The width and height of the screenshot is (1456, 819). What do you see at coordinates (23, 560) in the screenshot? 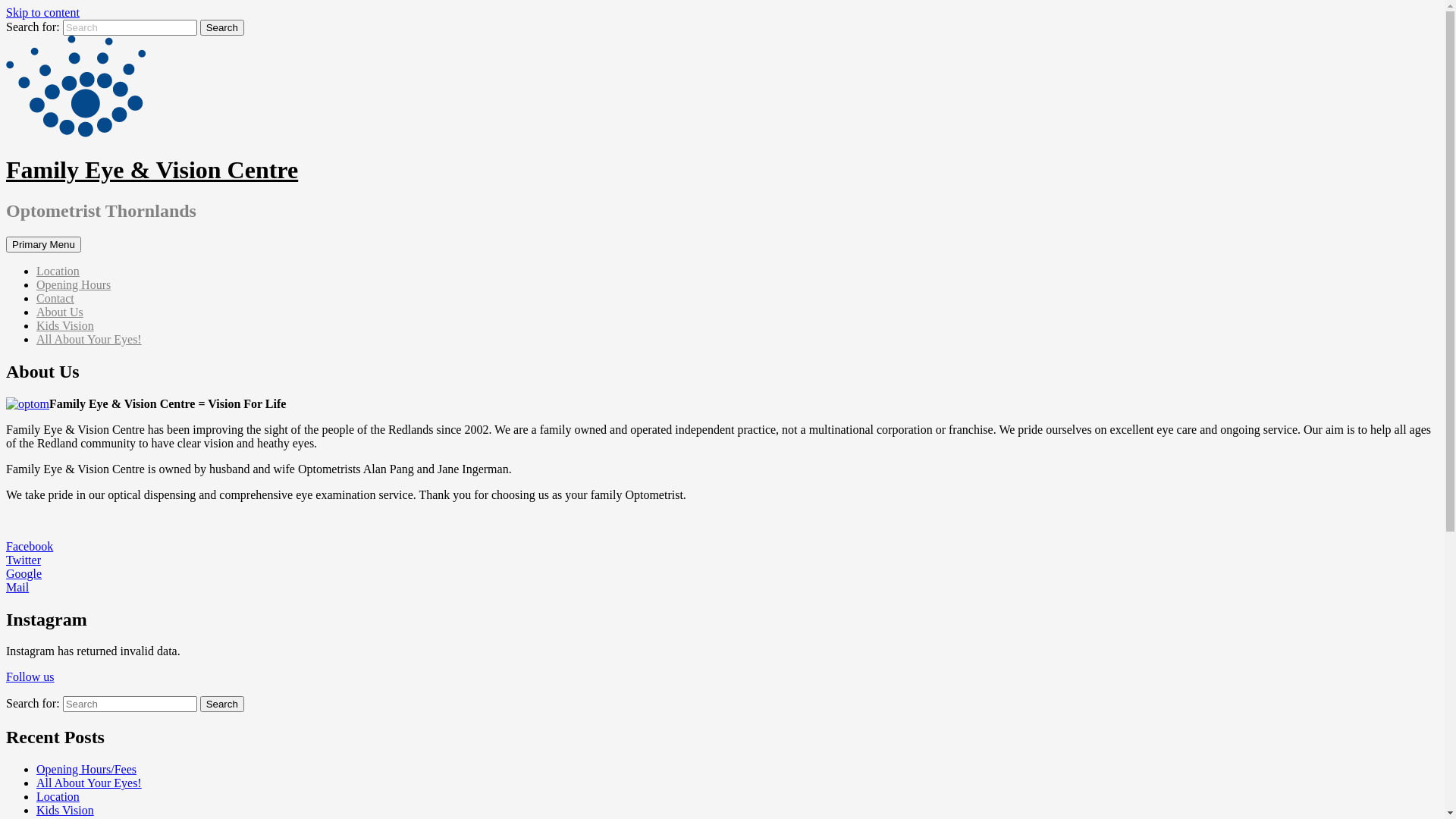
I see `'Twitter'` at bounding box center [23, 560].